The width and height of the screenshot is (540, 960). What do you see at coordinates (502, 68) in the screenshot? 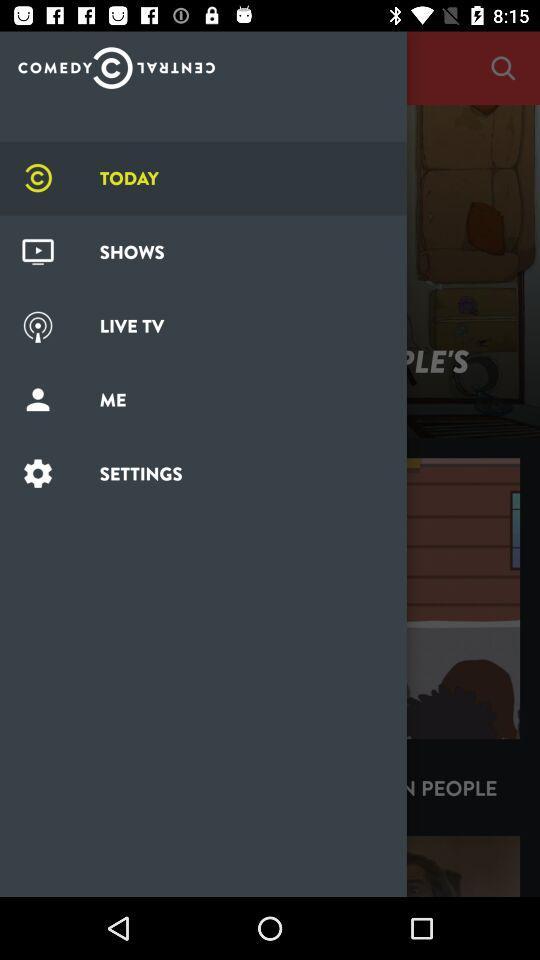
I see `the search button` at bounding box center [502, 68].